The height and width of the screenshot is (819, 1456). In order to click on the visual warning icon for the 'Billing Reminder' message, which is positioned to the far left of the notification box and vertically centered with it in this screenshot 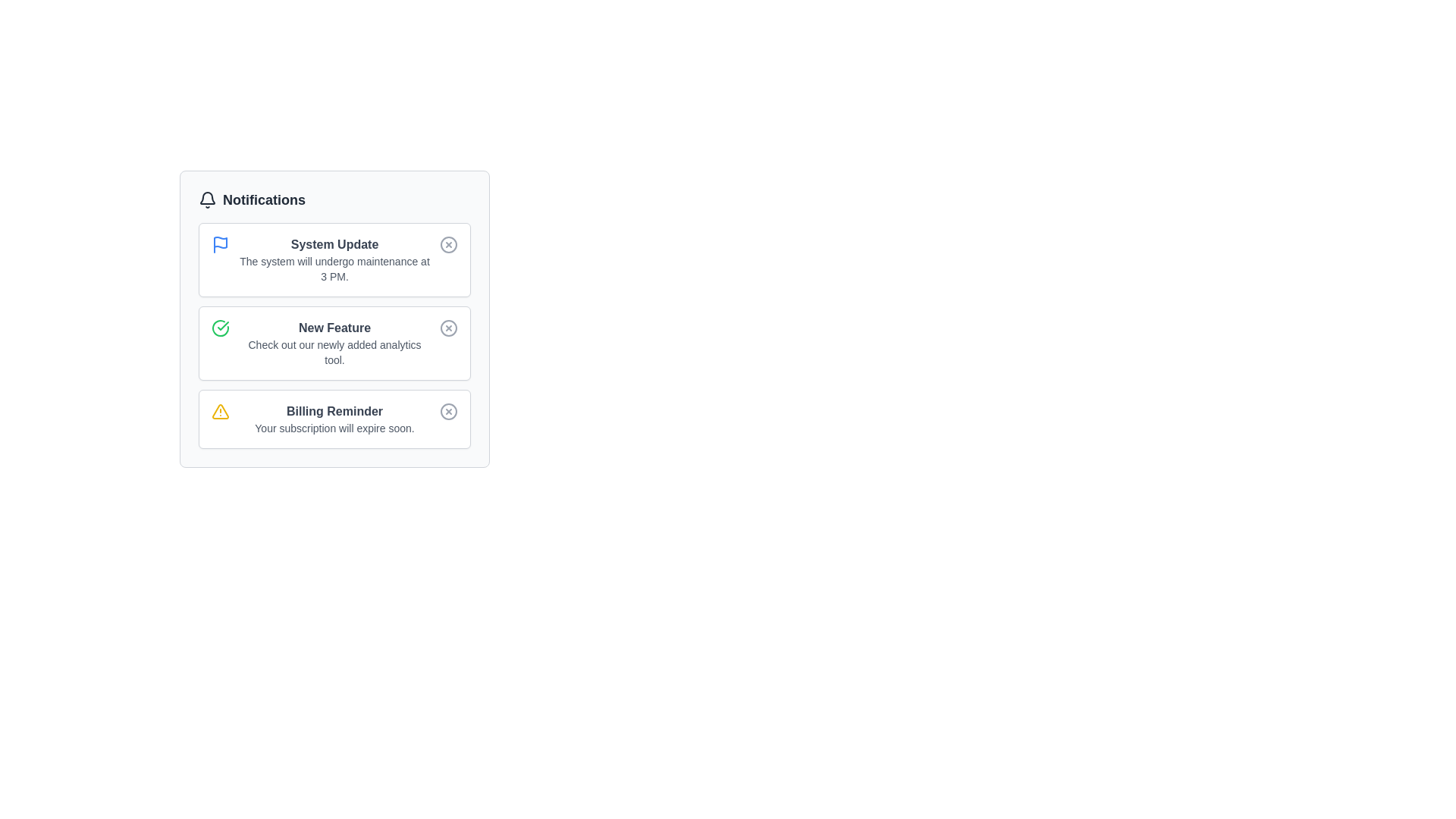, I will do `click(220, 412)`.